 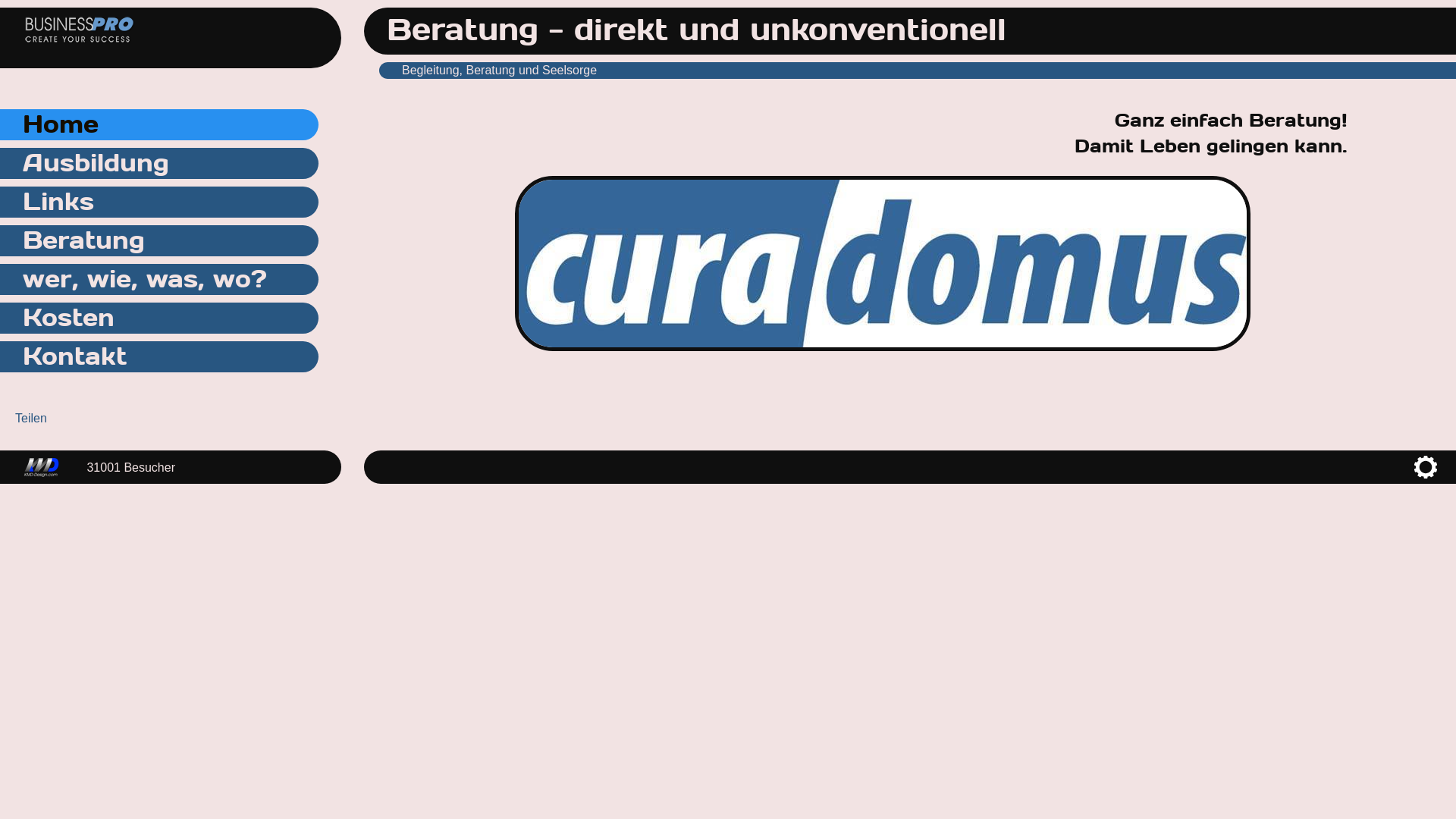 I want to click on 'Kontakt', so click(x=159, y=356).